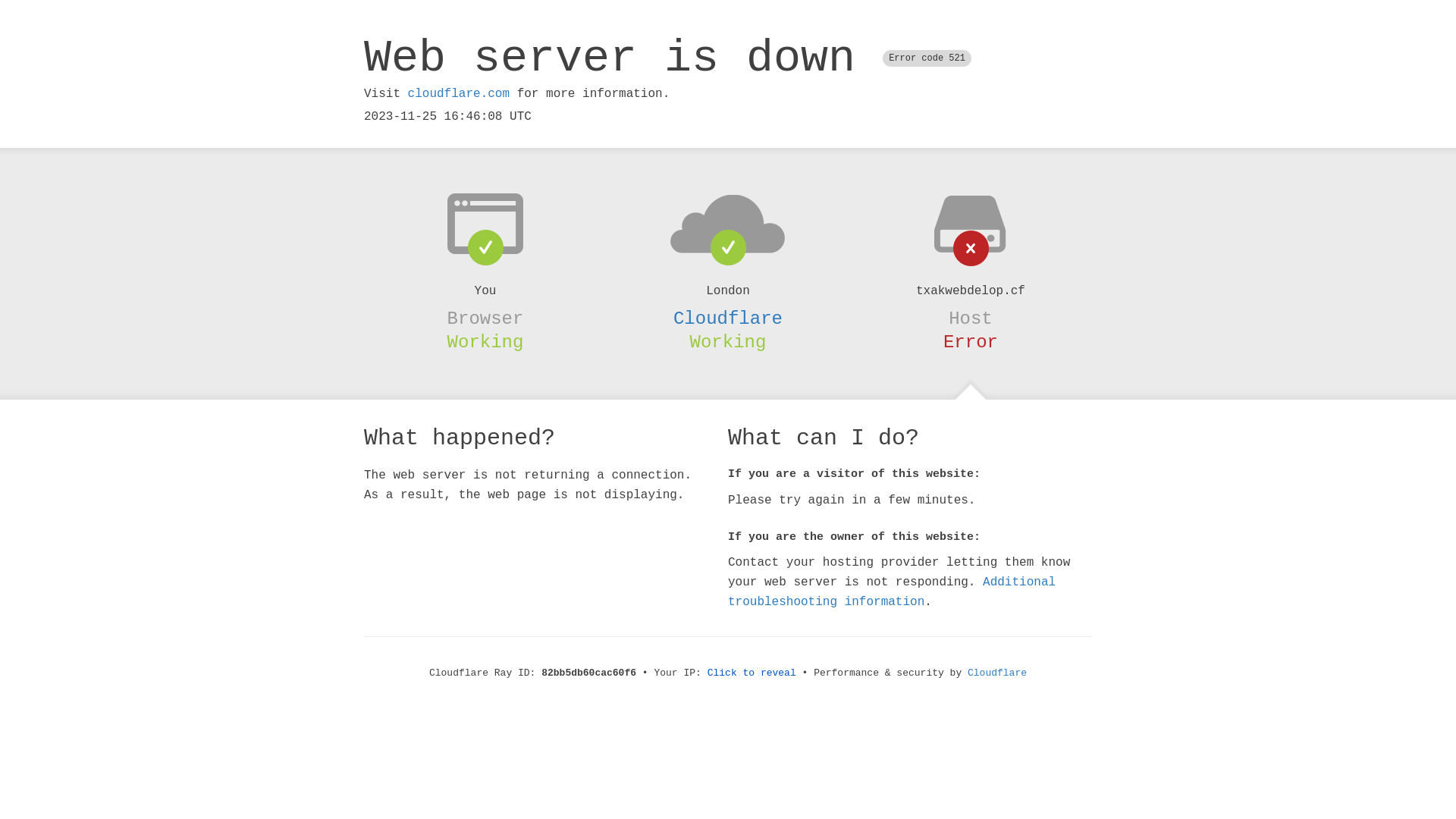  What do you see at coordinates (997, 672) in the screenshot?
I see `'Cloudflare'` at bounding box center [997, 672].